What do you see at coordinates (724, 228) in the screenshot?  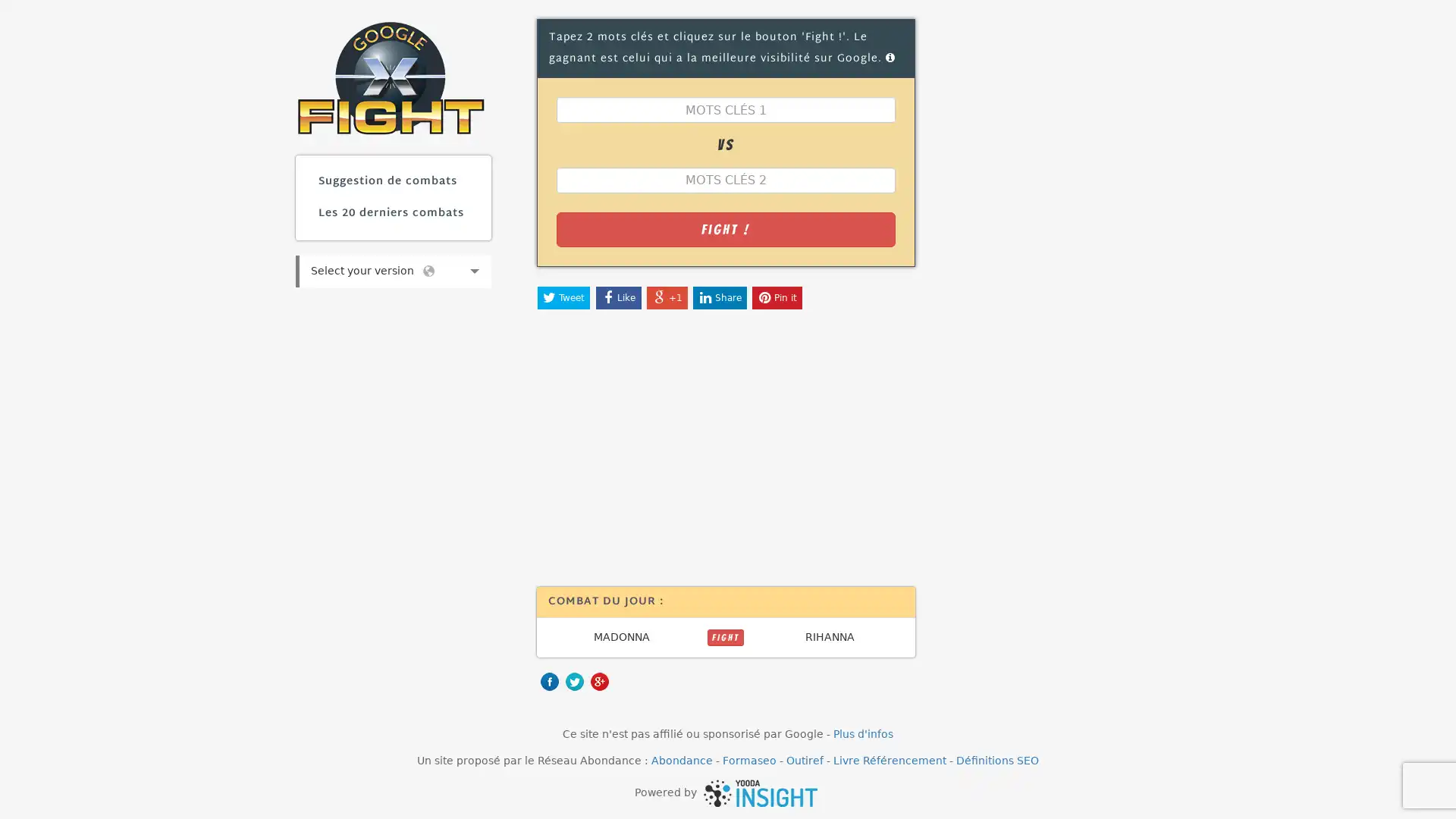 I see `Fight !` at bounding box center [724, 228].